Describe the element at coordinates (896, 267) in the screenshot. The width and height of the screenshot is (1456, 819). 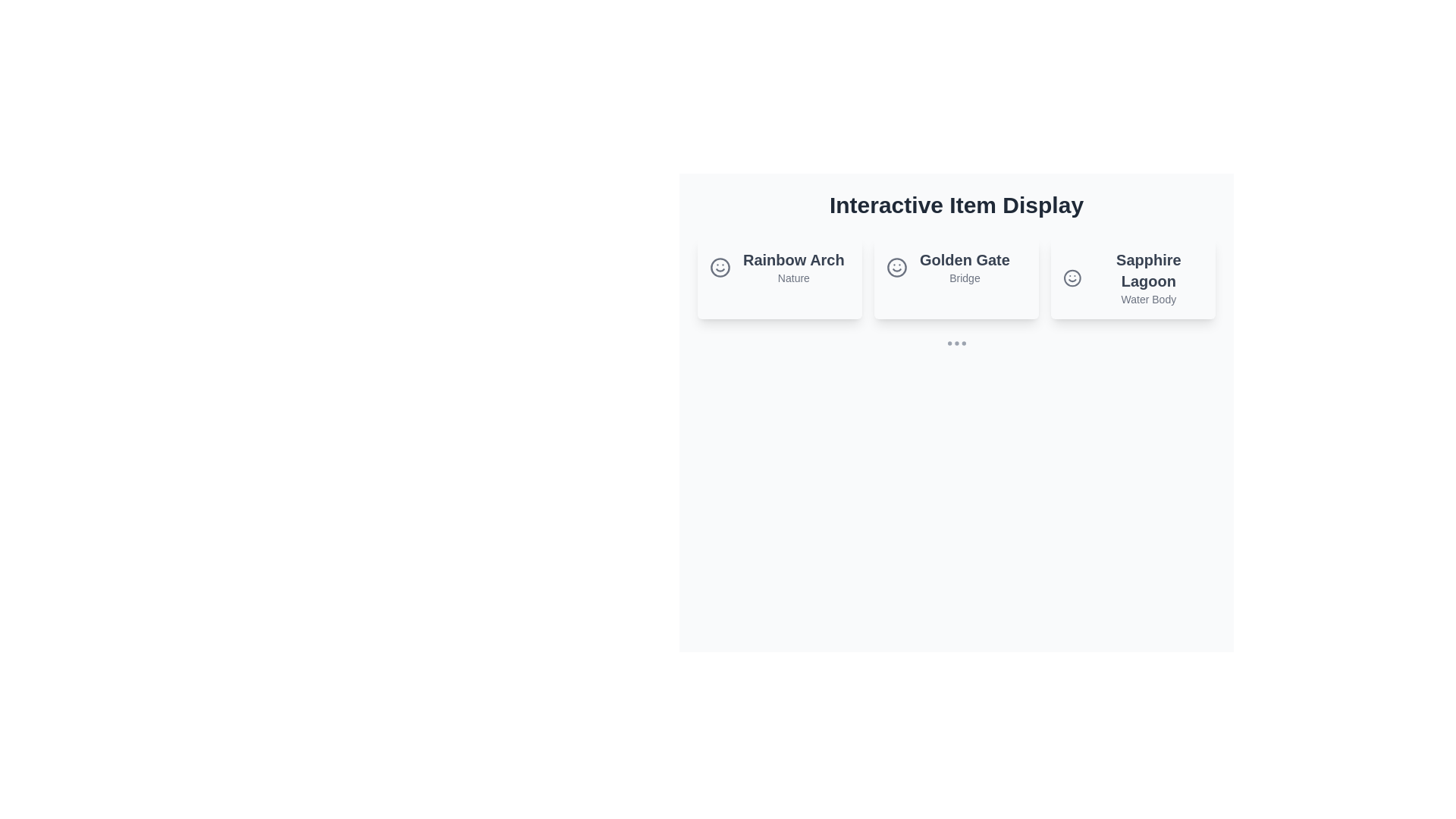
I see `the smiling face icon located to the left of the 'Golden Gate' label in the second card of the 'Interactive Item Display'` at that location.